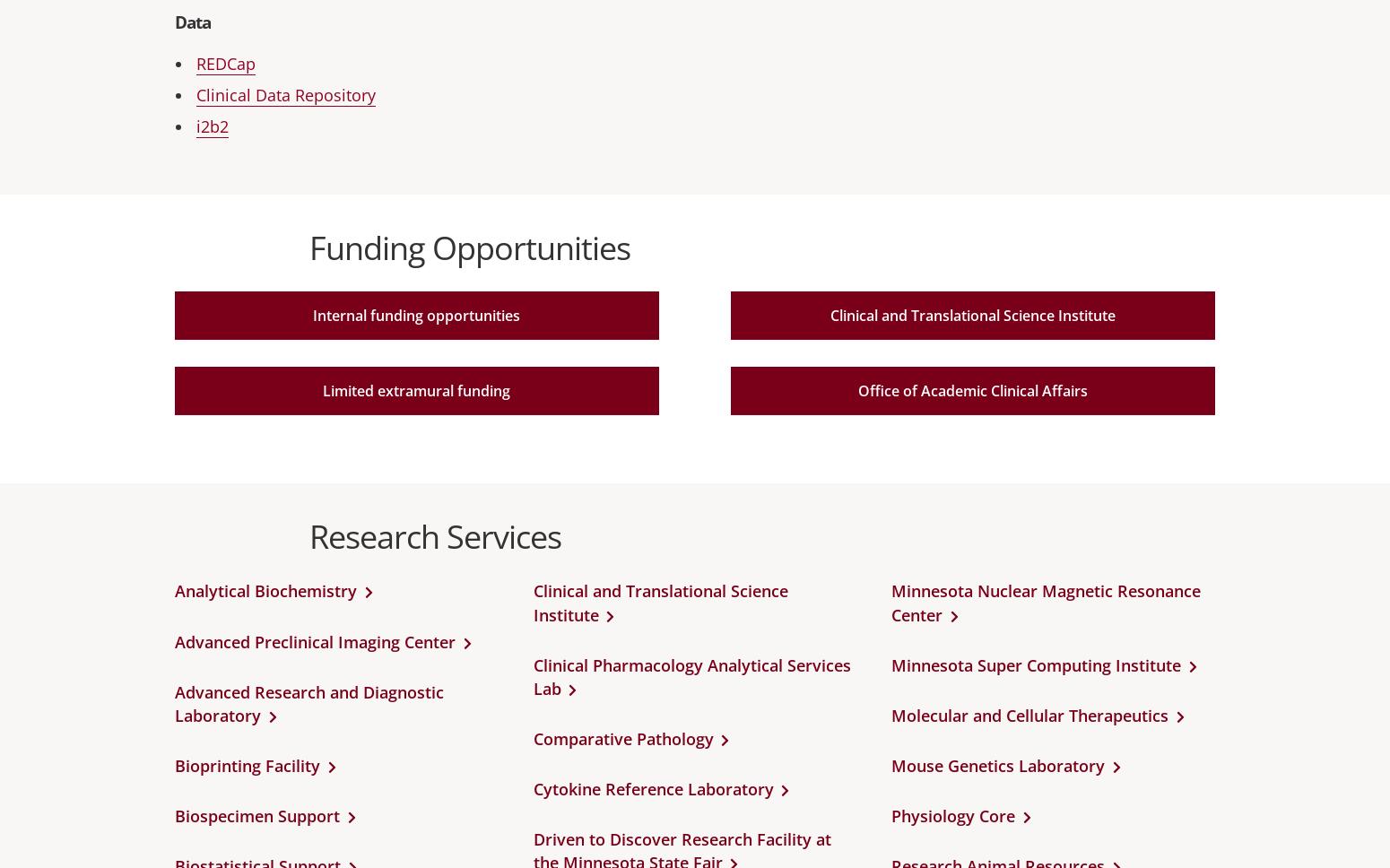 The image size is (1390, 868). I want to click on 'REDCap', so click(226, 62).